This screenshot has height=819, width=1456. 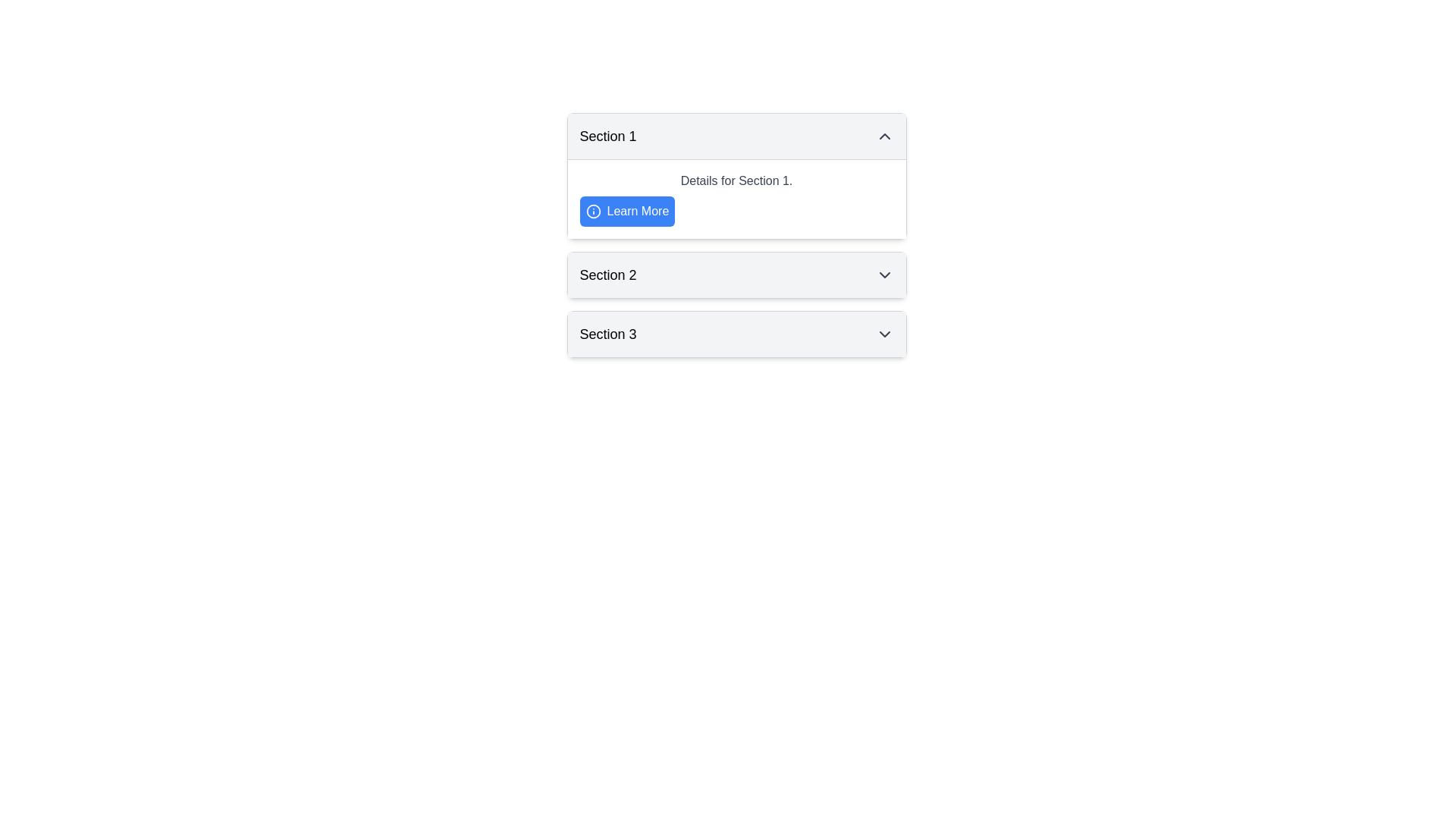 What do you see at coordinates (884, 333) in the screenshot?
I see `the chevron icon located on the rightmost side of the 'Section 3' header` at bounding box center [884, 333].